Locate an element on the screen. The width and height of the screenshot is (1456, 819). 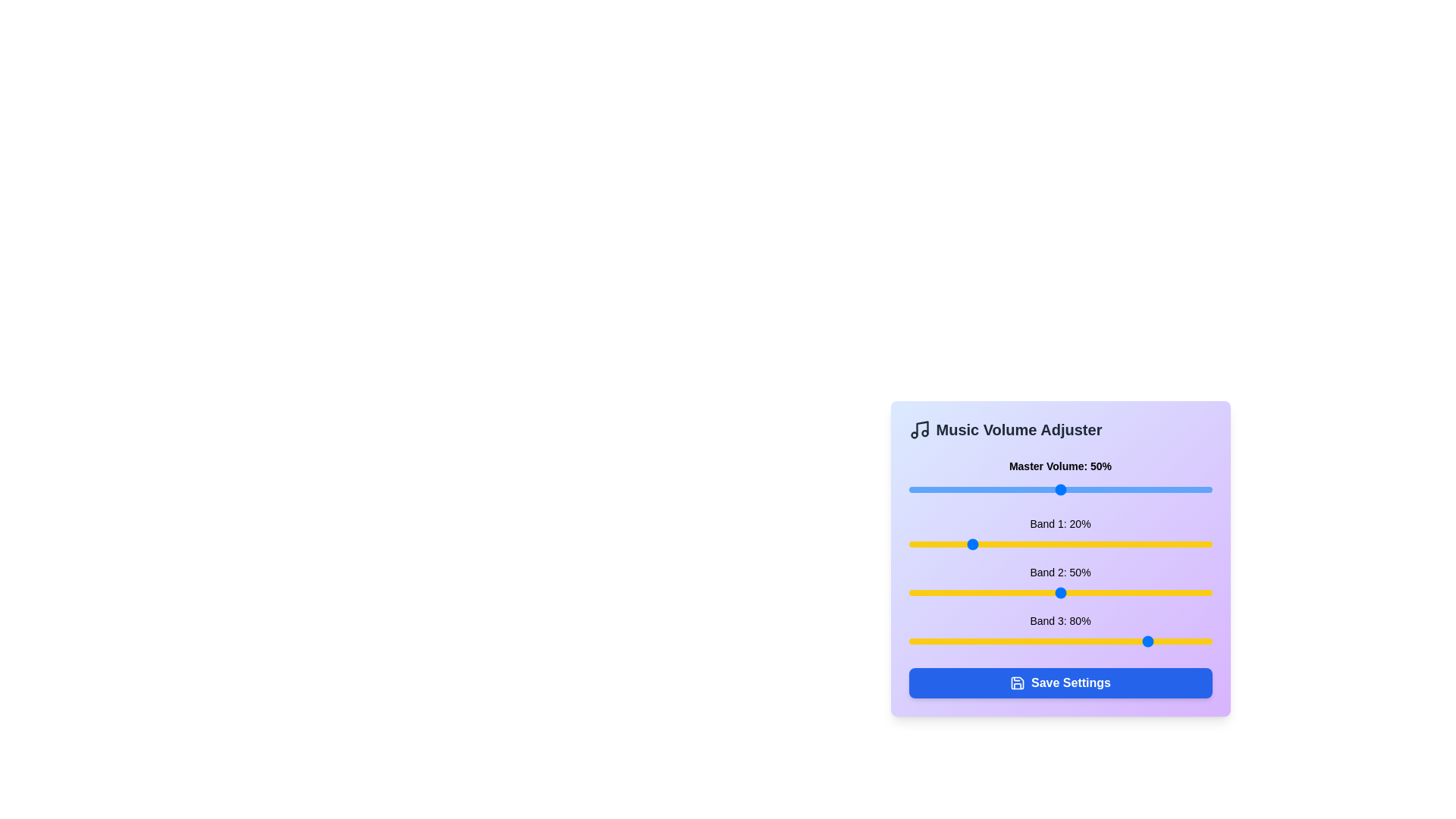
the title label for the music volume adjustment section, located at the top of the settings card component is located at coordinates (1059, 430).